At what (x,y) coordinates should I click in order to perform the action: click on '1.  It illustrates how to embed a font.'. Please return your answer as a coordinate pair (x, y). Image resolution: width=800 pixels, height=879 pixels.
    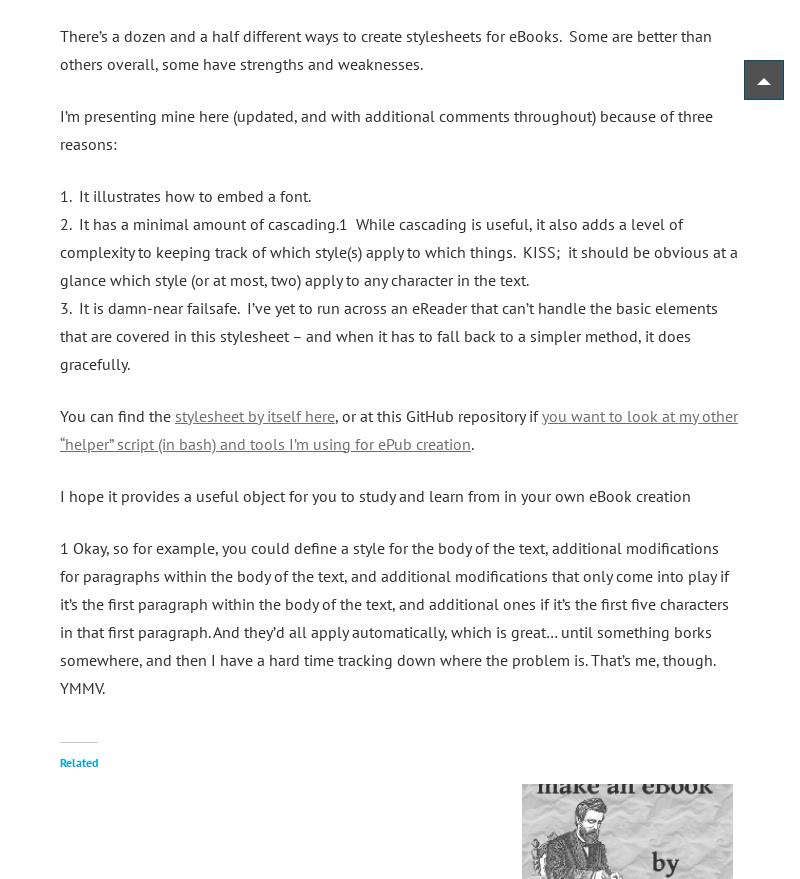
    Looking at the image, I should click on (184, 193).